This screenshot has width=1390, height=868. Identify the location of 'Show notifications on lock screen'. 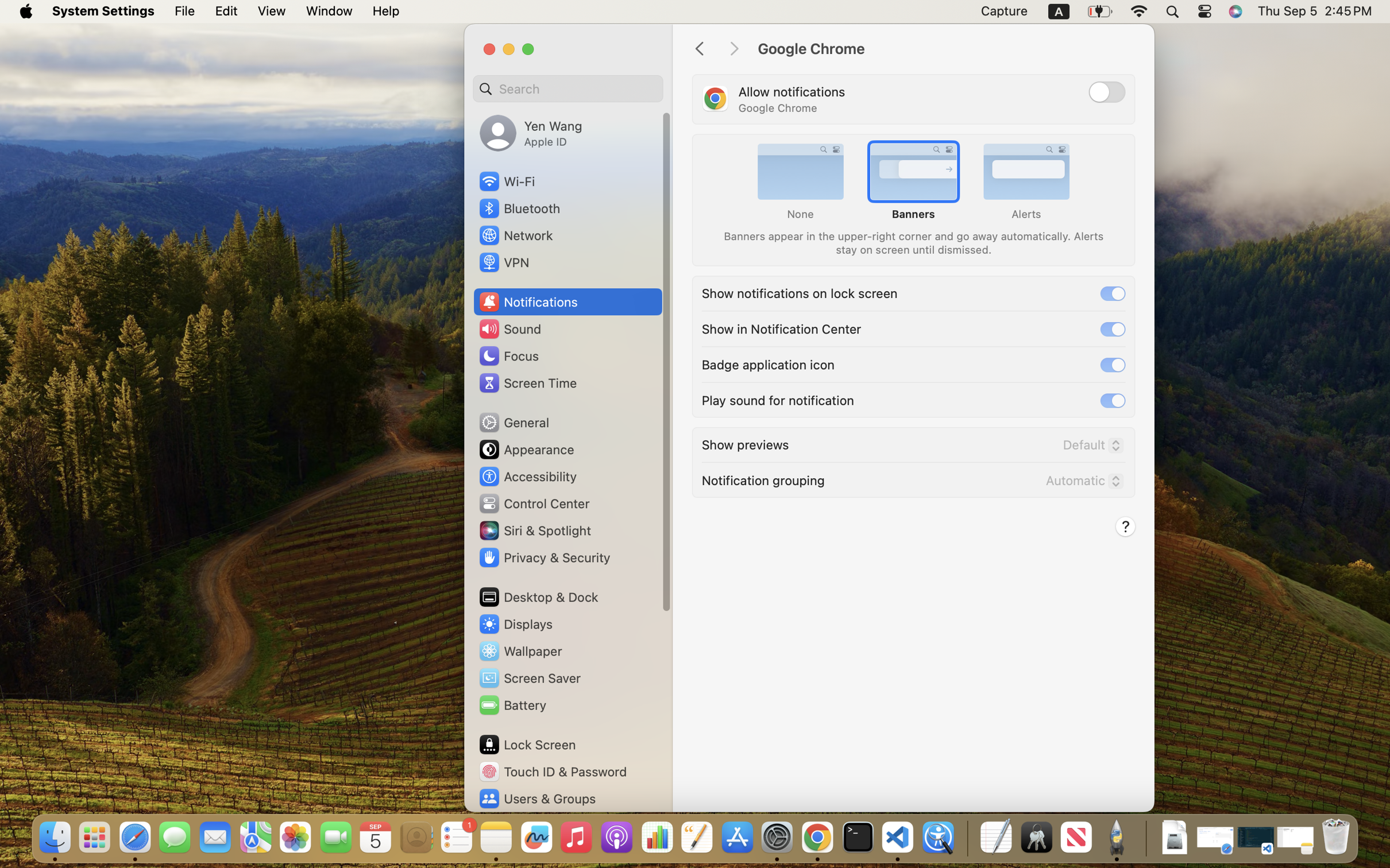
(799, 292).